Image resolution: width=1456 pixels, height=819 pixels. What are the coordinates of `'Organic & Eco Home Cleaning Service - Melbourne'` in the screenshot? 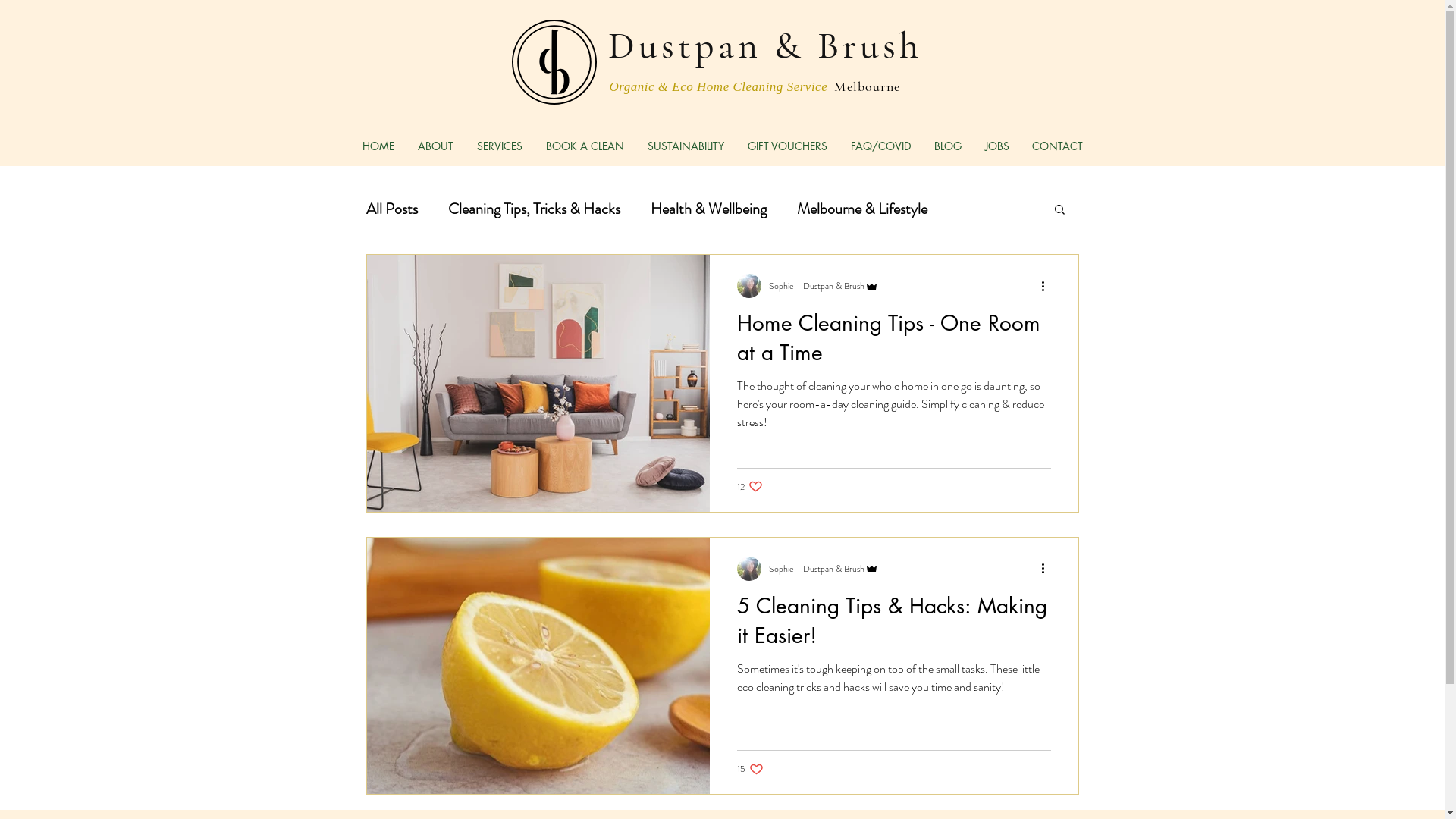 It's located at (755, 85).